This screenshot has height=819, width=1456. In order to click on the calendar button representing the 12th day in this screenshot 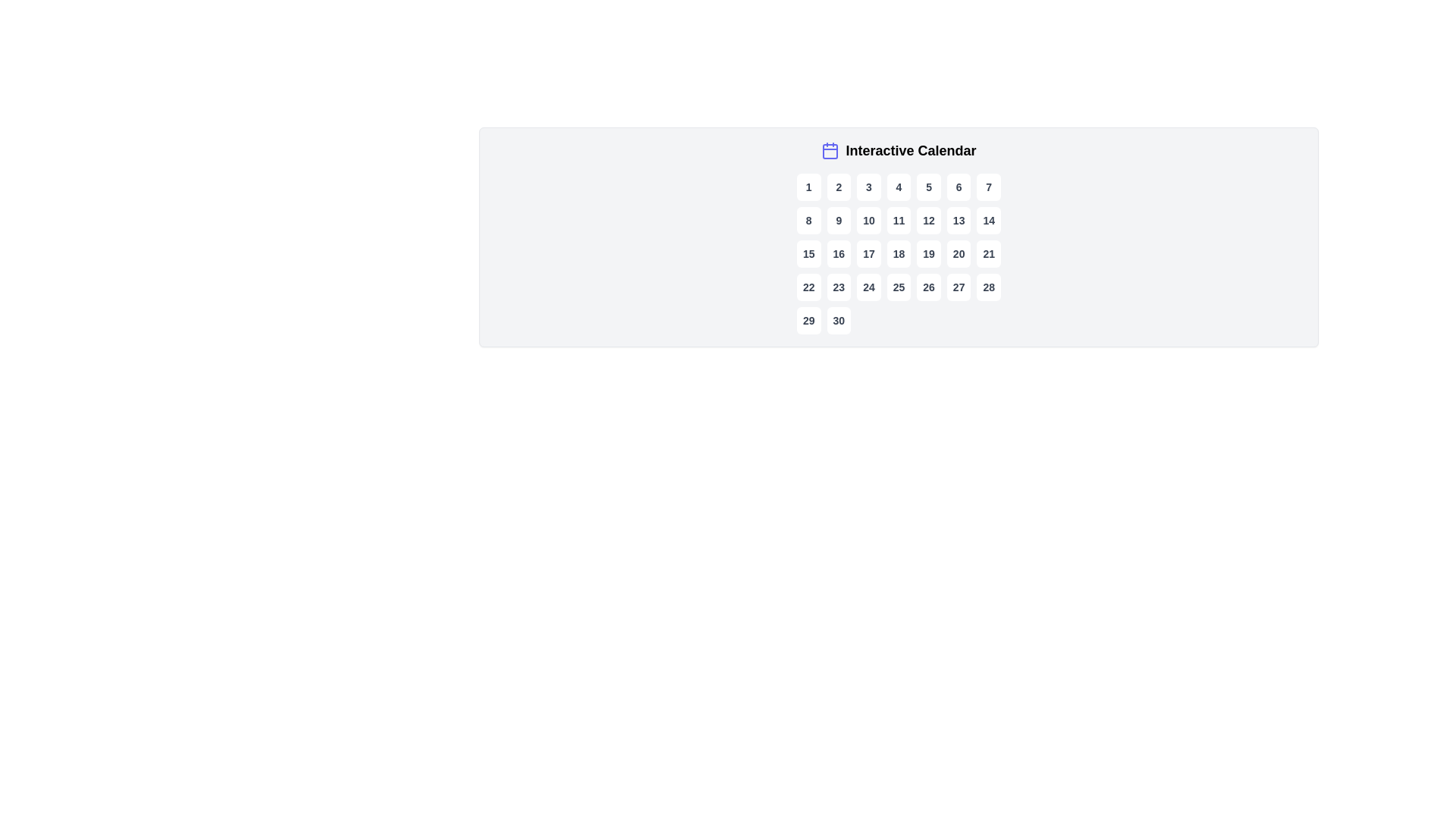, I will do `click(928, 220)`.